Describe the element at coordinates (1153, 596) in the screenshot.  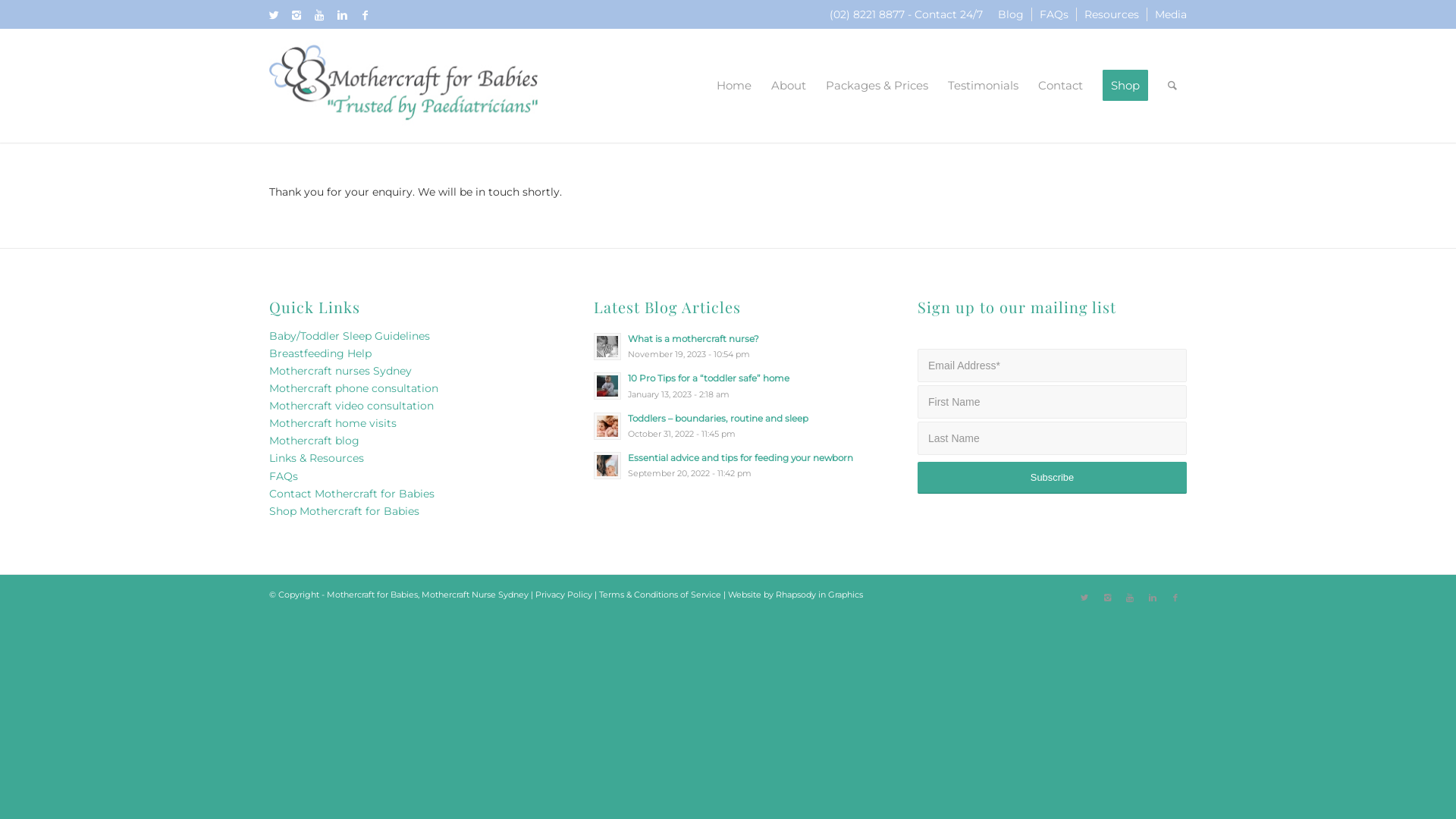
I see `'Linkedin'` at that location.